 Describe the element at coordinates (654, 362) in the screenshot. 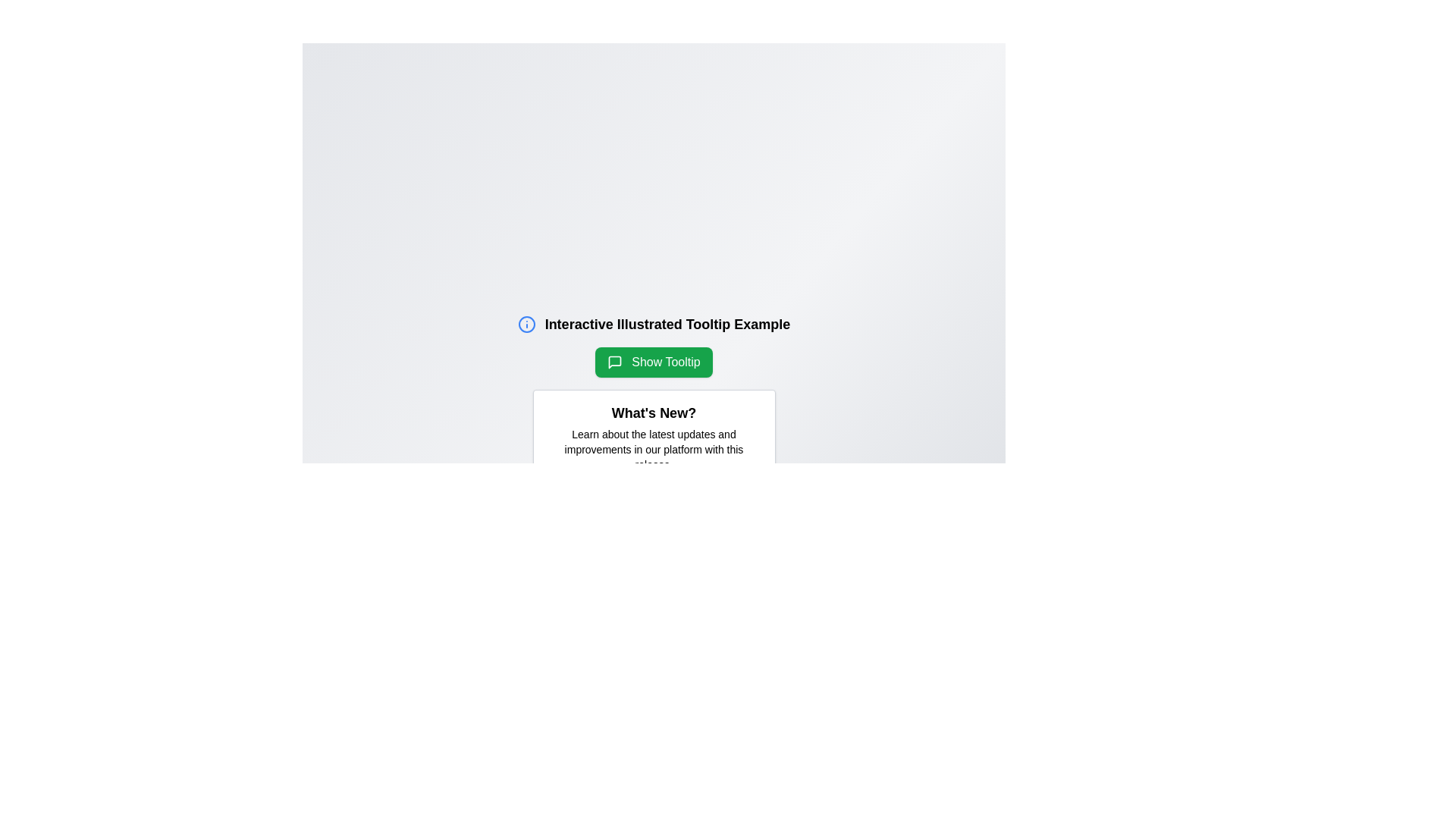

I see `the 'Show Tooltip' button` at that location.